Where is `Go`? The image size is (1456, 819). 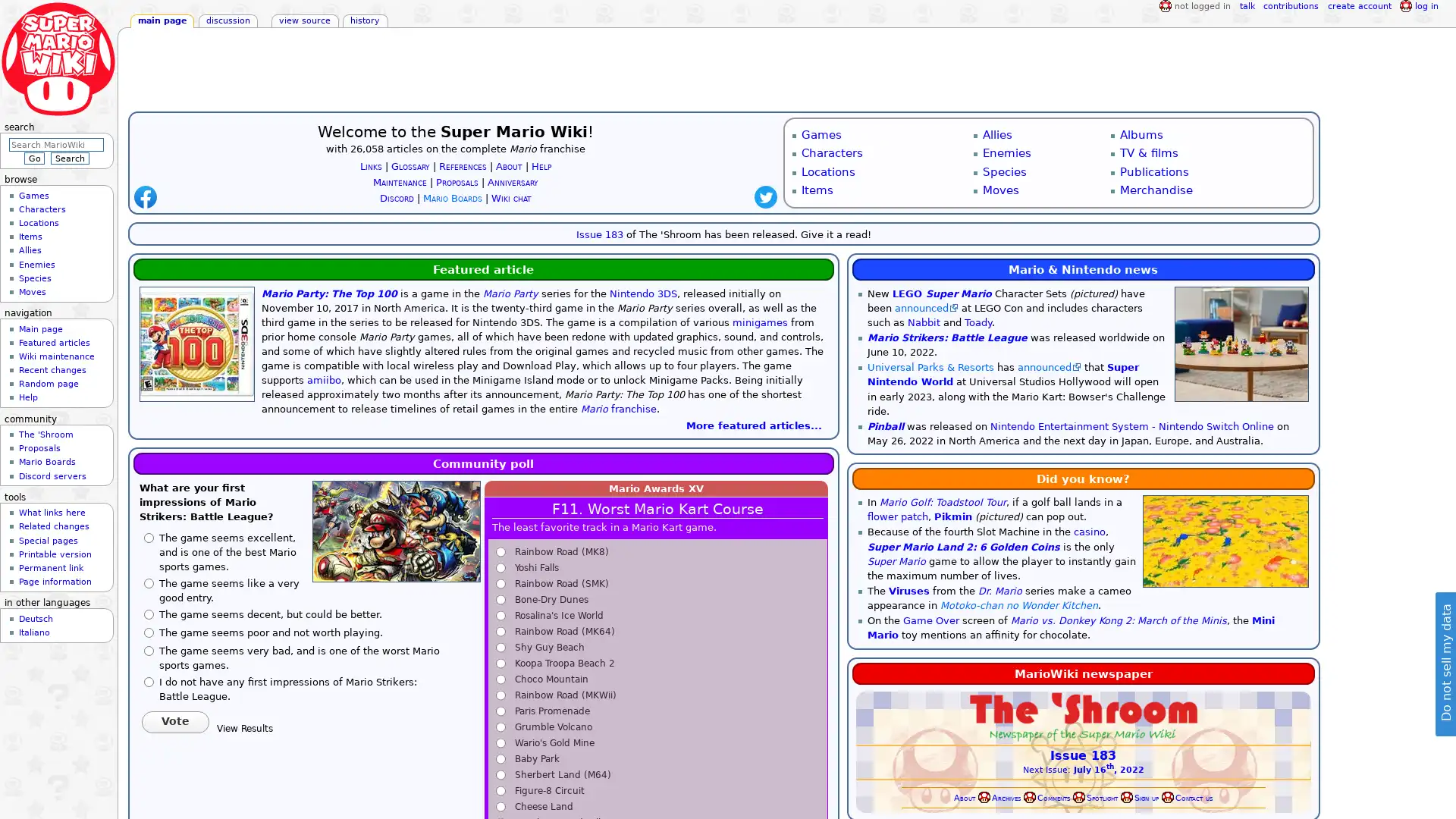
Go is located at coordinates (34, 158).